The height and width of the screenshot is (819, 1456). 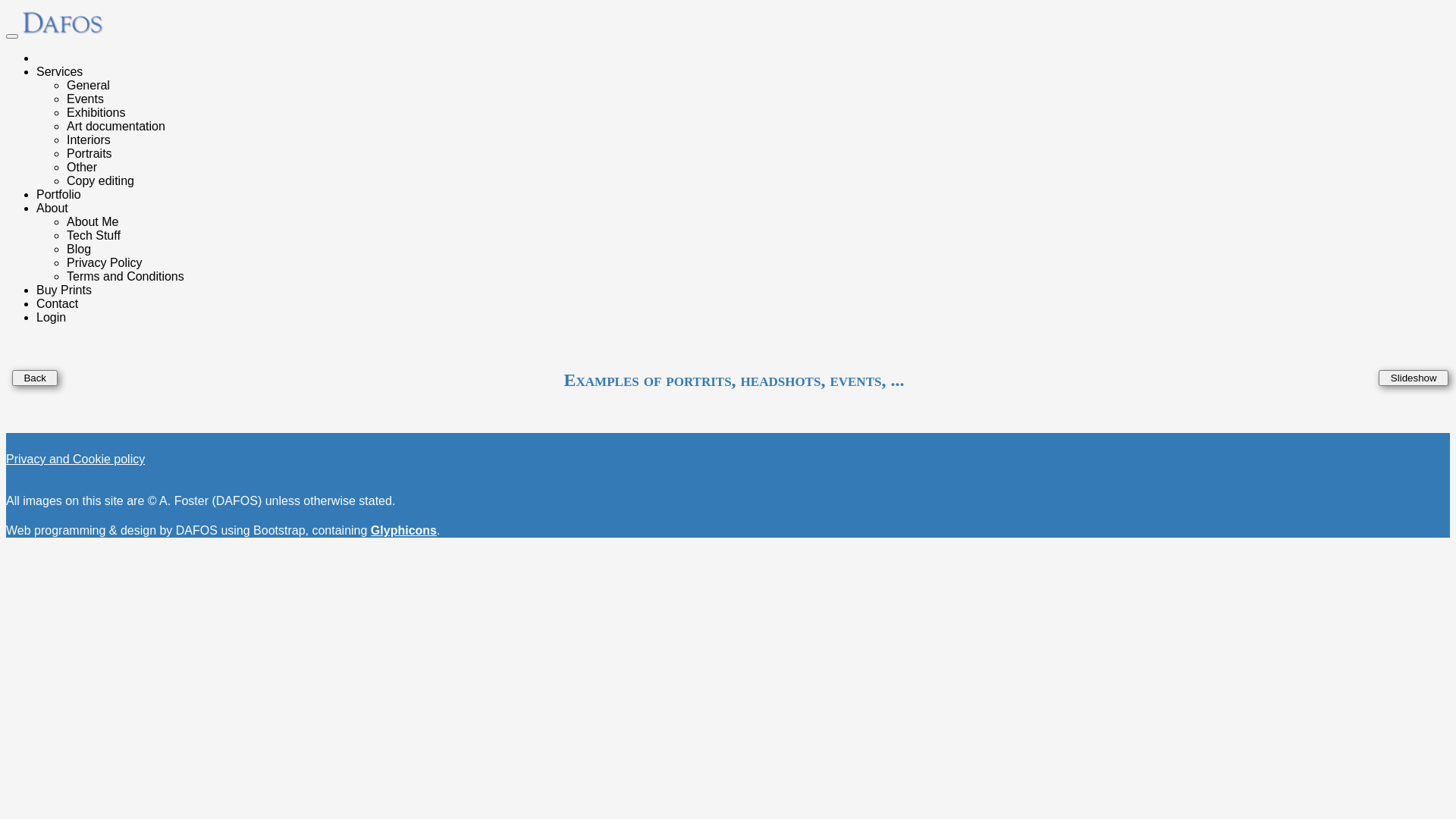 What do you see at coordinates (95, 111) in the screenshot?
I see `'Exhibitions'` at bounding box center [95, 111].